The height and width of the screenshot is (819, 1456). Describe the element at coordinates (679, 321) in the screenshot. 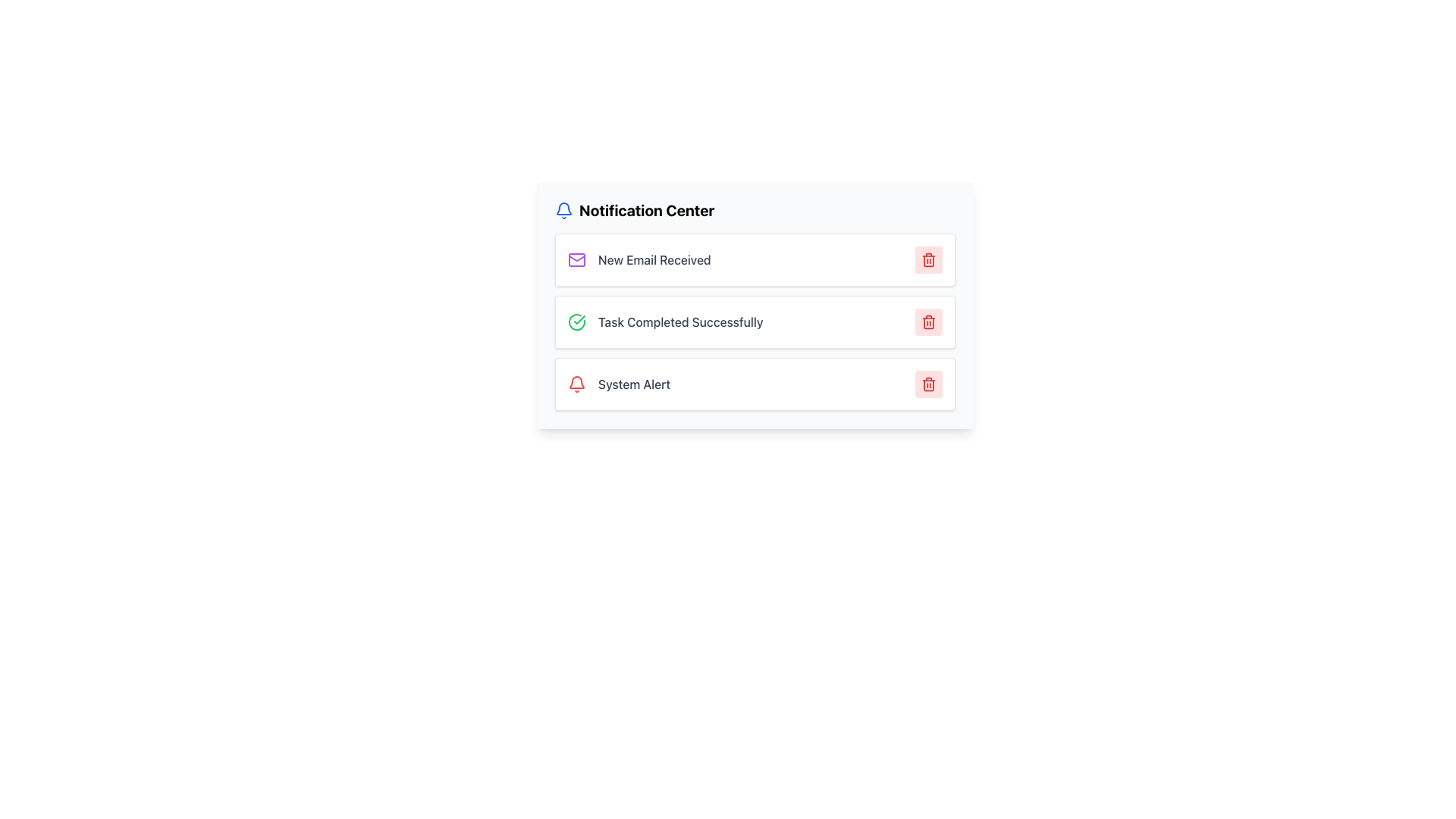

I see `the text label displaying 'Task Completed Successfully' in the Notification Center, located between a green circular icon and a delete button` at that location.